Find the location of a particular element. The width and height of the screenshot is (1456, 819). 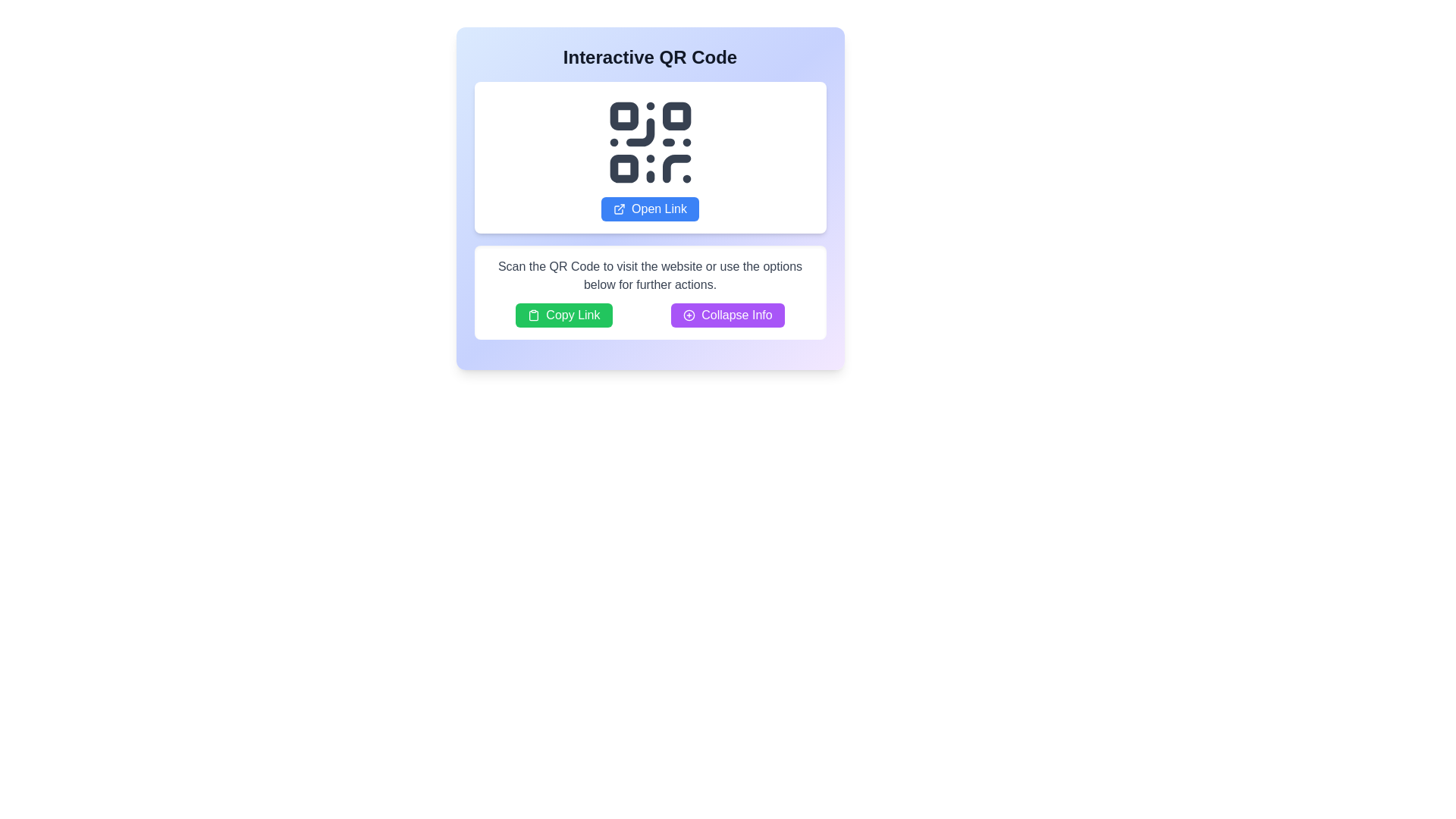

the clipboard icon located to the left of the 'Copy Link' button at the center bottom of the QR Code section is located at coordinates (534, 315).